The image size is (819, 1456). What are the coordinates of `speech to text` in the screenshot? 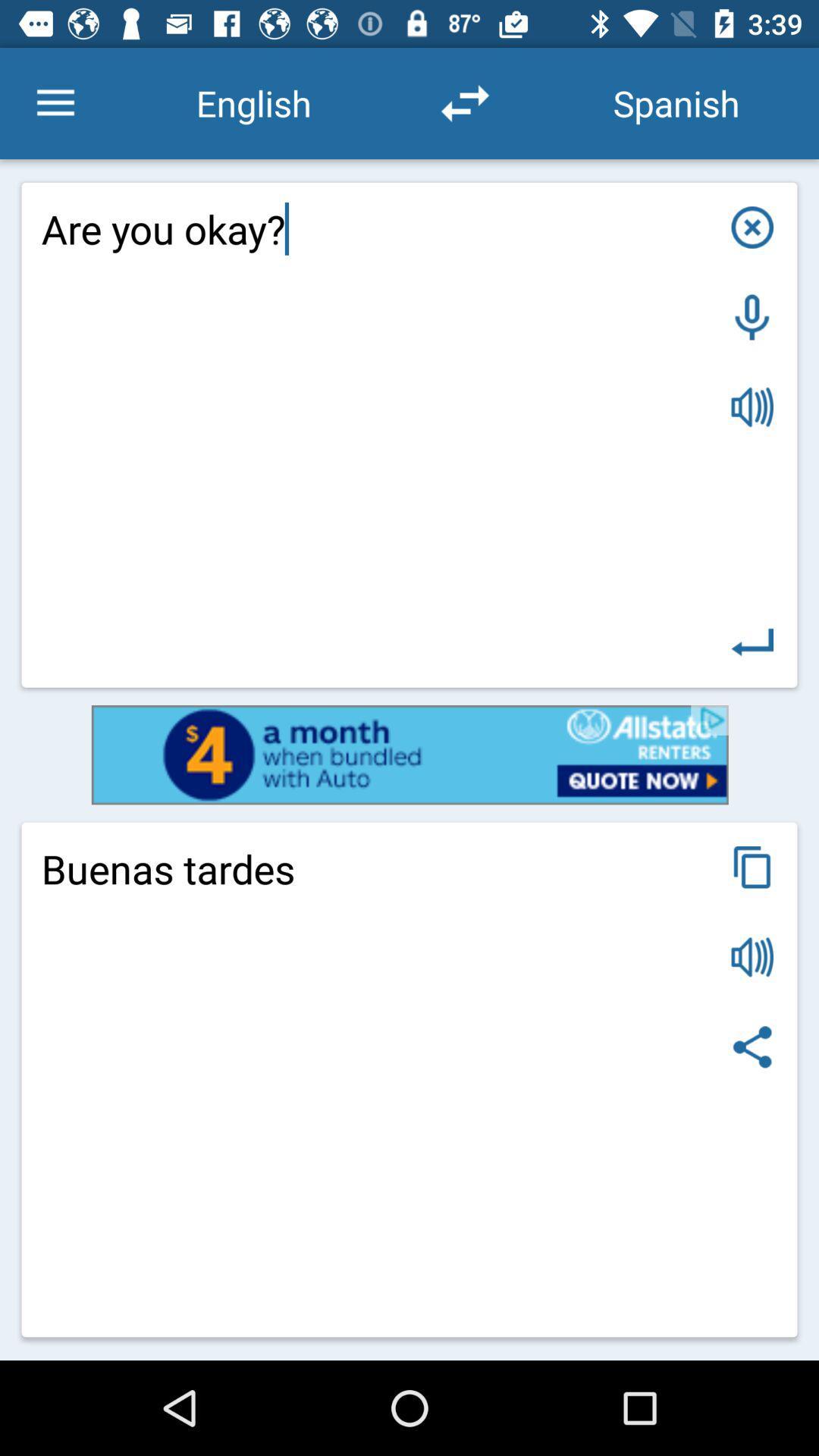 It's located at (752, 316).